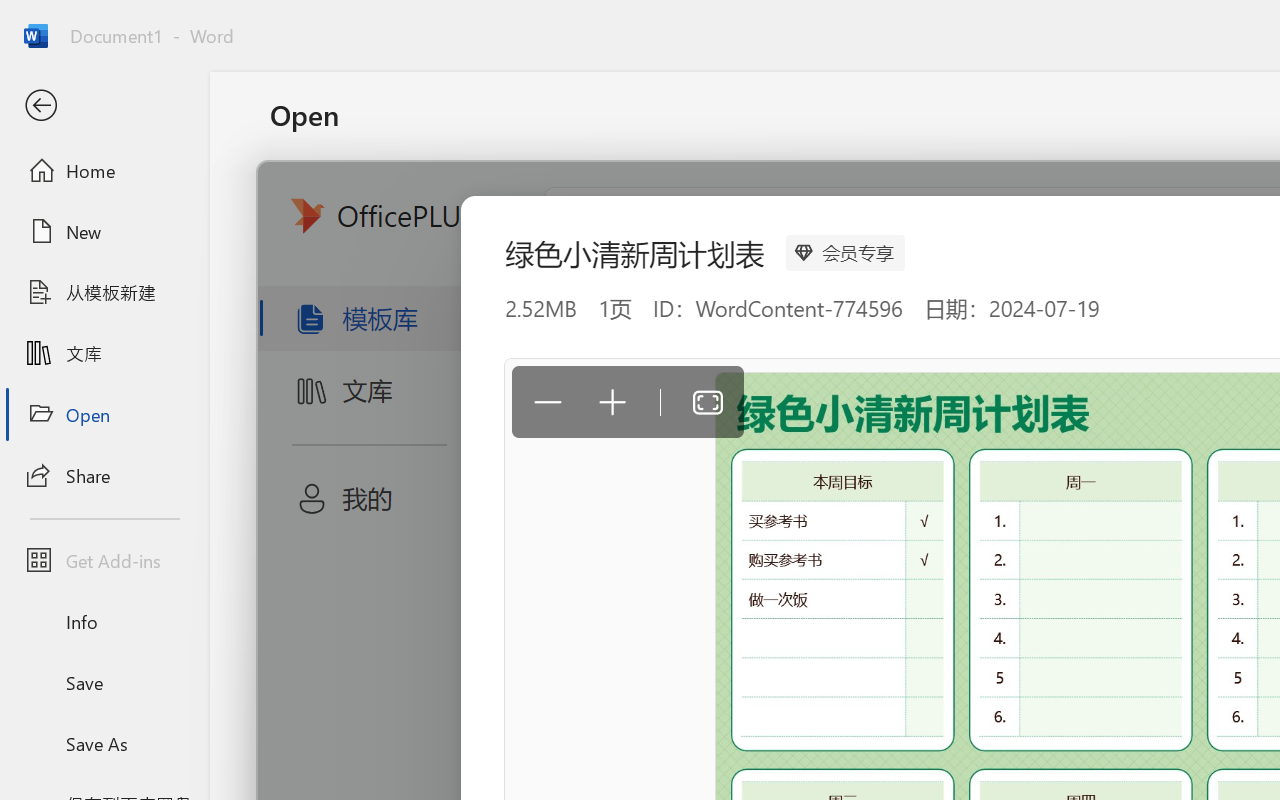 The image size is (1280, 800). What do you see at coordinates (103, 621) in the screenshot?
I see `'Info'` at bounding box center [103, 621].